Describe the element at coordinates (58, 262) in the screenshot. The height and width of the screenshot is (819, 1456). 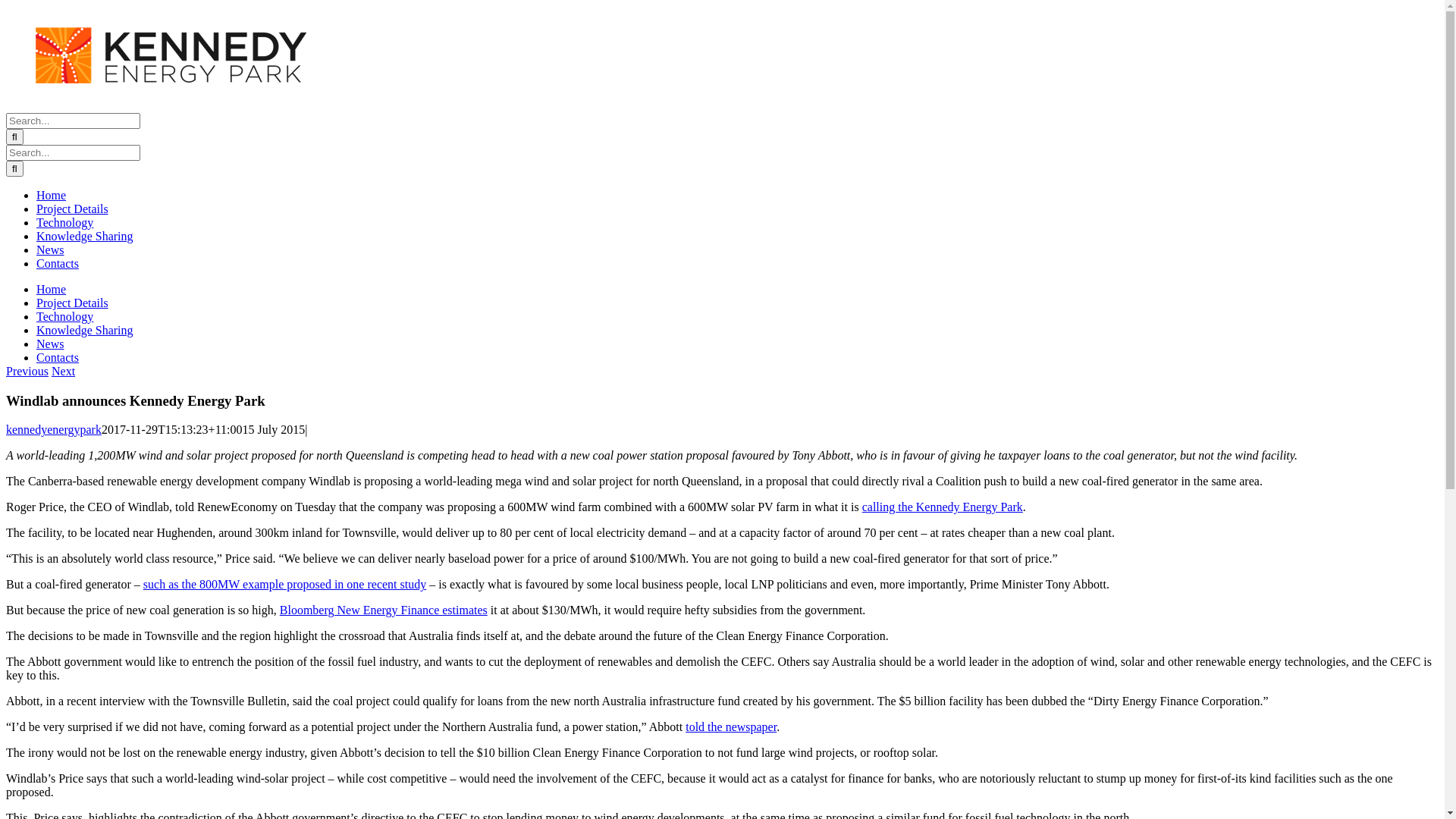
I see `'Contacts'` at that location.